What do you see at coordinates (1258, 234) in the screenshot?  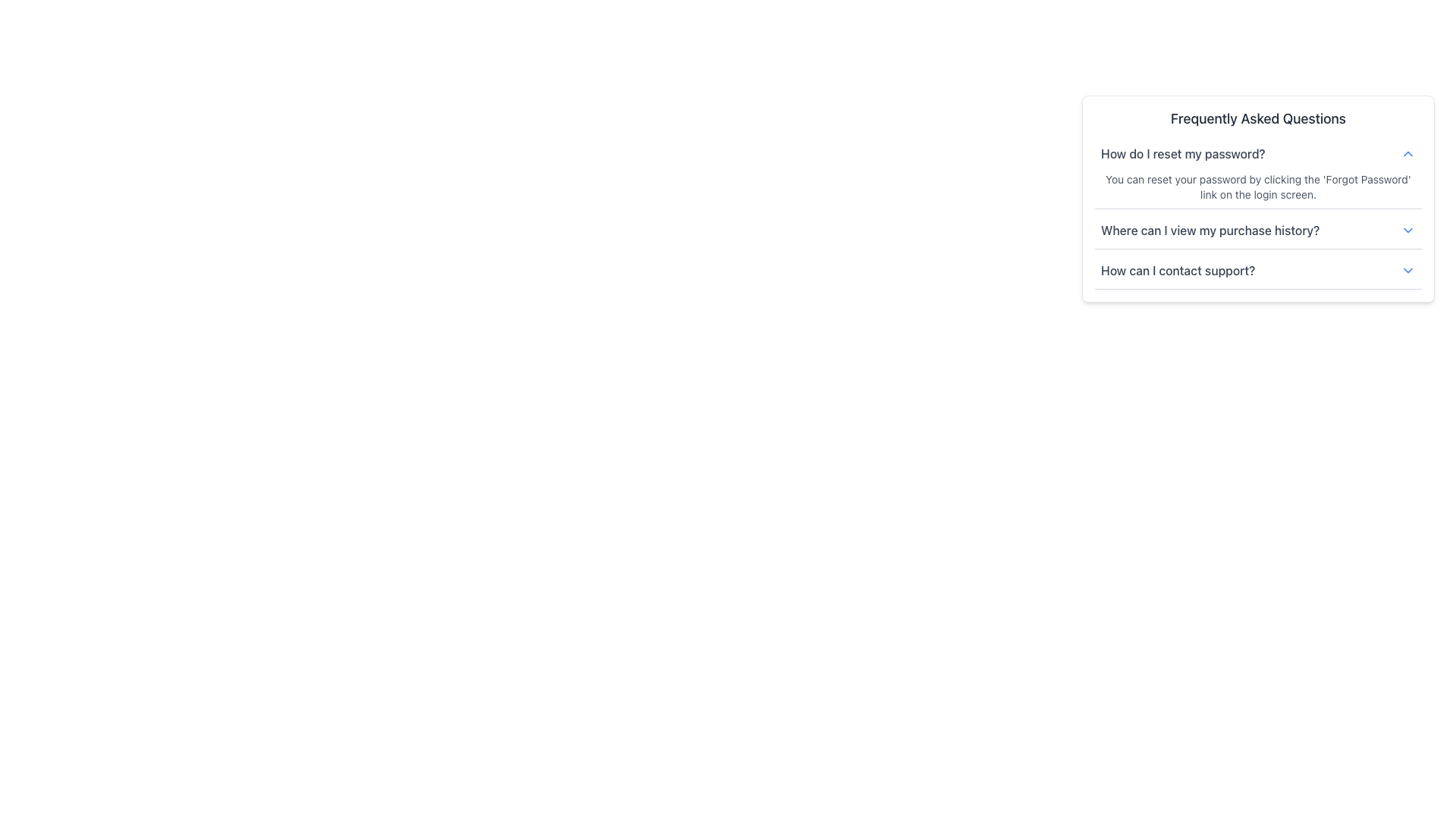 I see `the second FAQ item in the vertical list` at bounding box center [1258, 234].